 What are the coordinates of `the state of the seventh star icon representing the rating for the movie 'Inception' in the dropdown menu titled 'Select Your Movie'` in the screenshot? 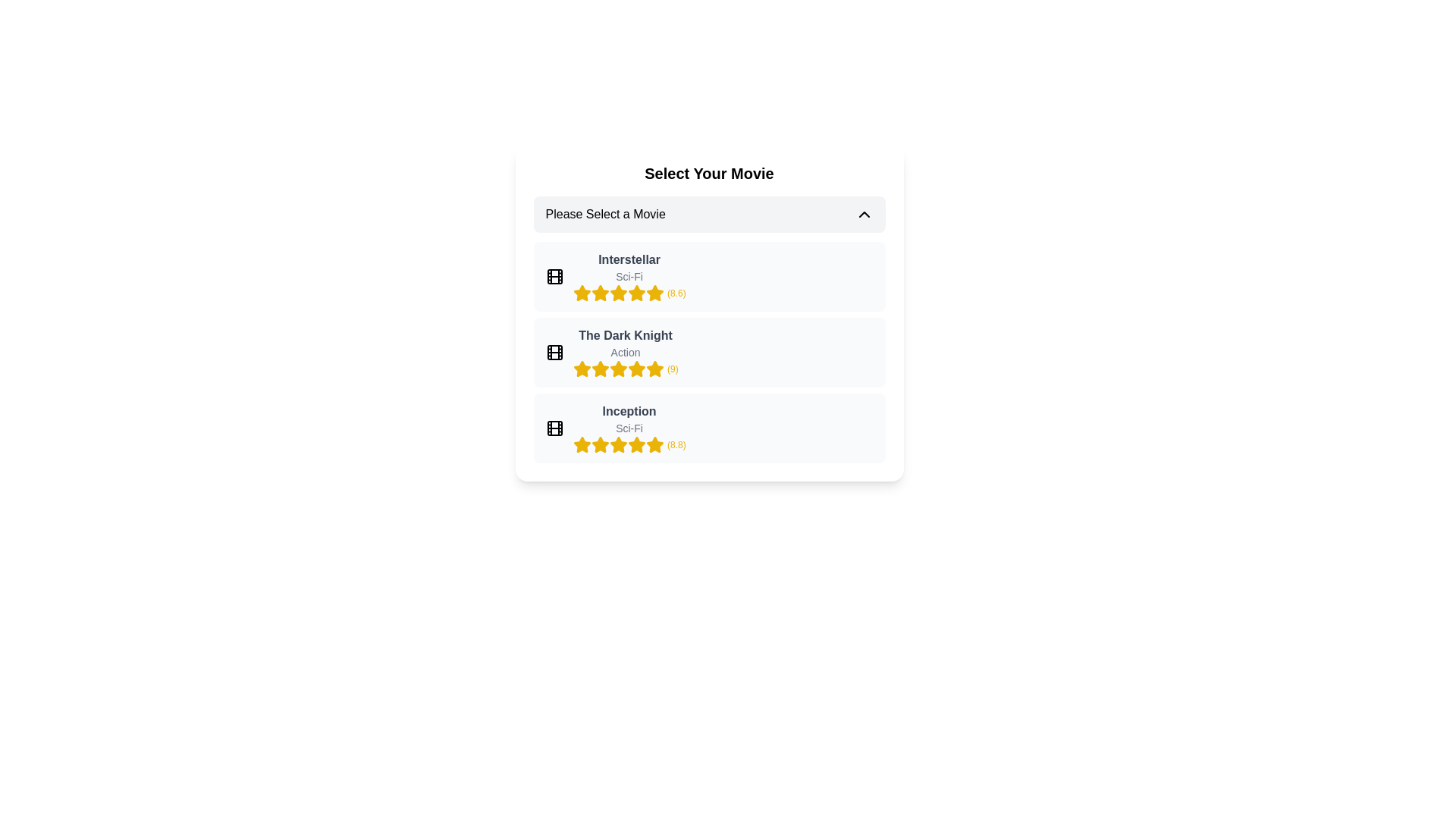 It's located at (636, 444).